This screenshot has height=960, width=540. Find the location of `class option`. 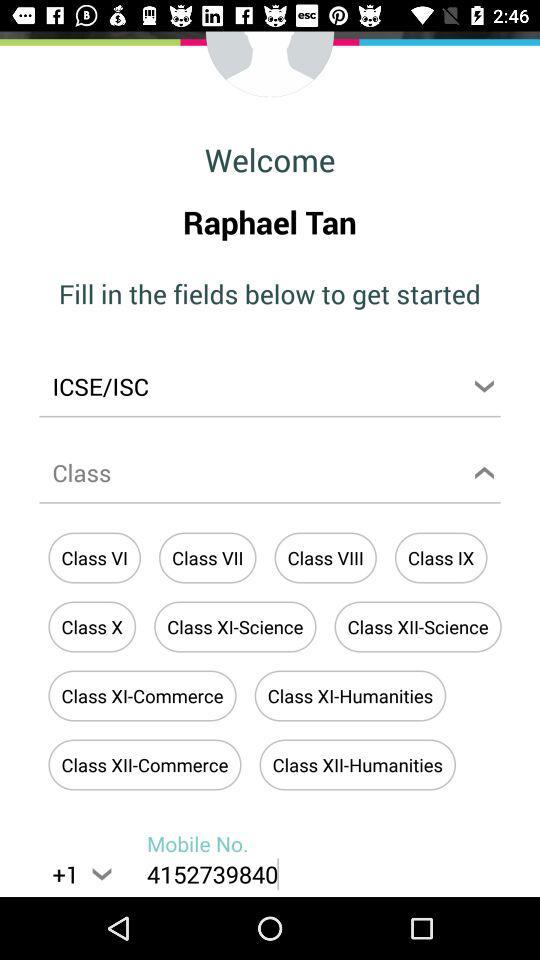

class option is located at coordinates (270, 476).